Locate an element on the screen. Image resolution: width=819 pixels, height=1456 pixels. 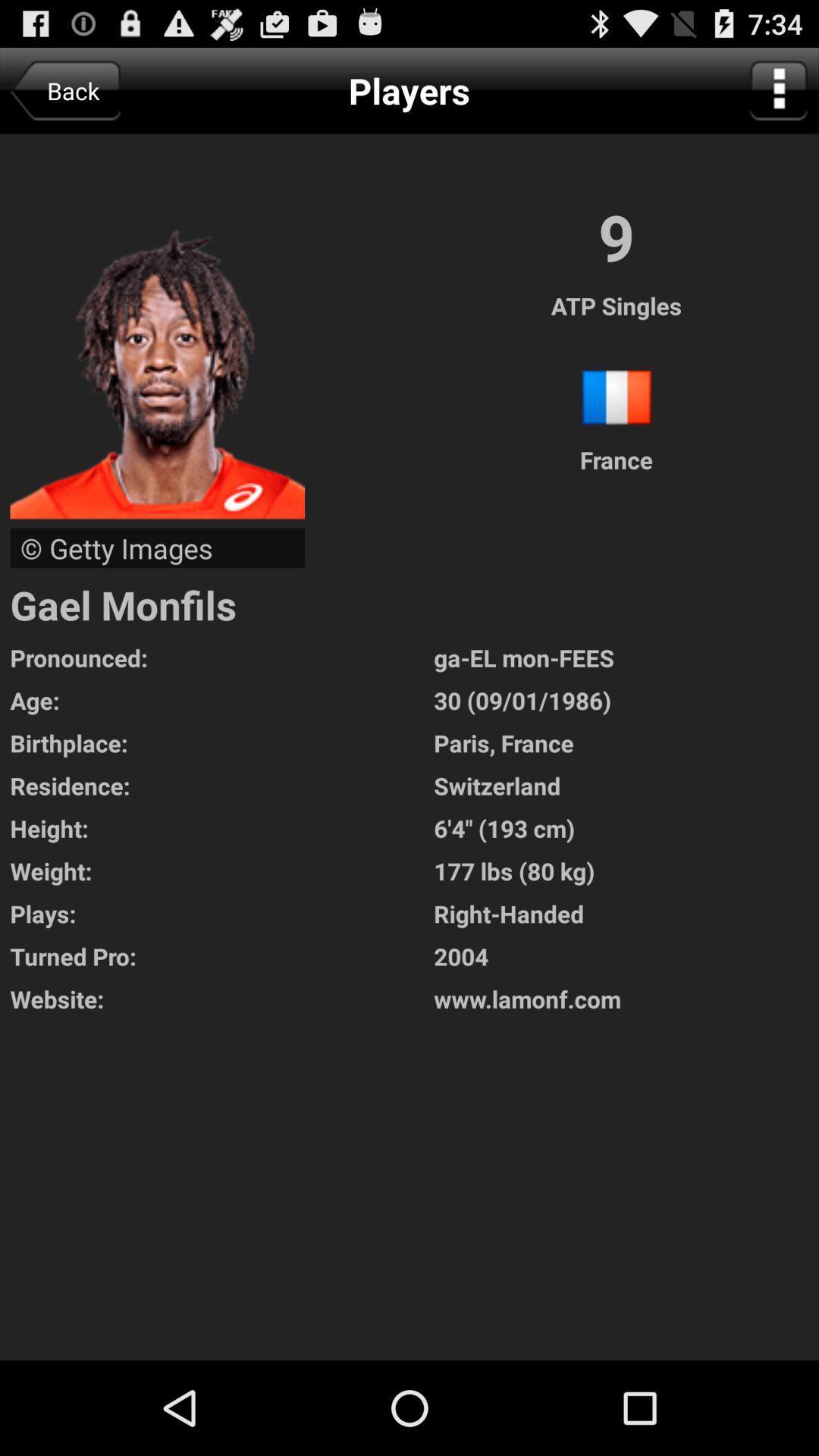
app to the left of the players is located at coordinates (64, 89).